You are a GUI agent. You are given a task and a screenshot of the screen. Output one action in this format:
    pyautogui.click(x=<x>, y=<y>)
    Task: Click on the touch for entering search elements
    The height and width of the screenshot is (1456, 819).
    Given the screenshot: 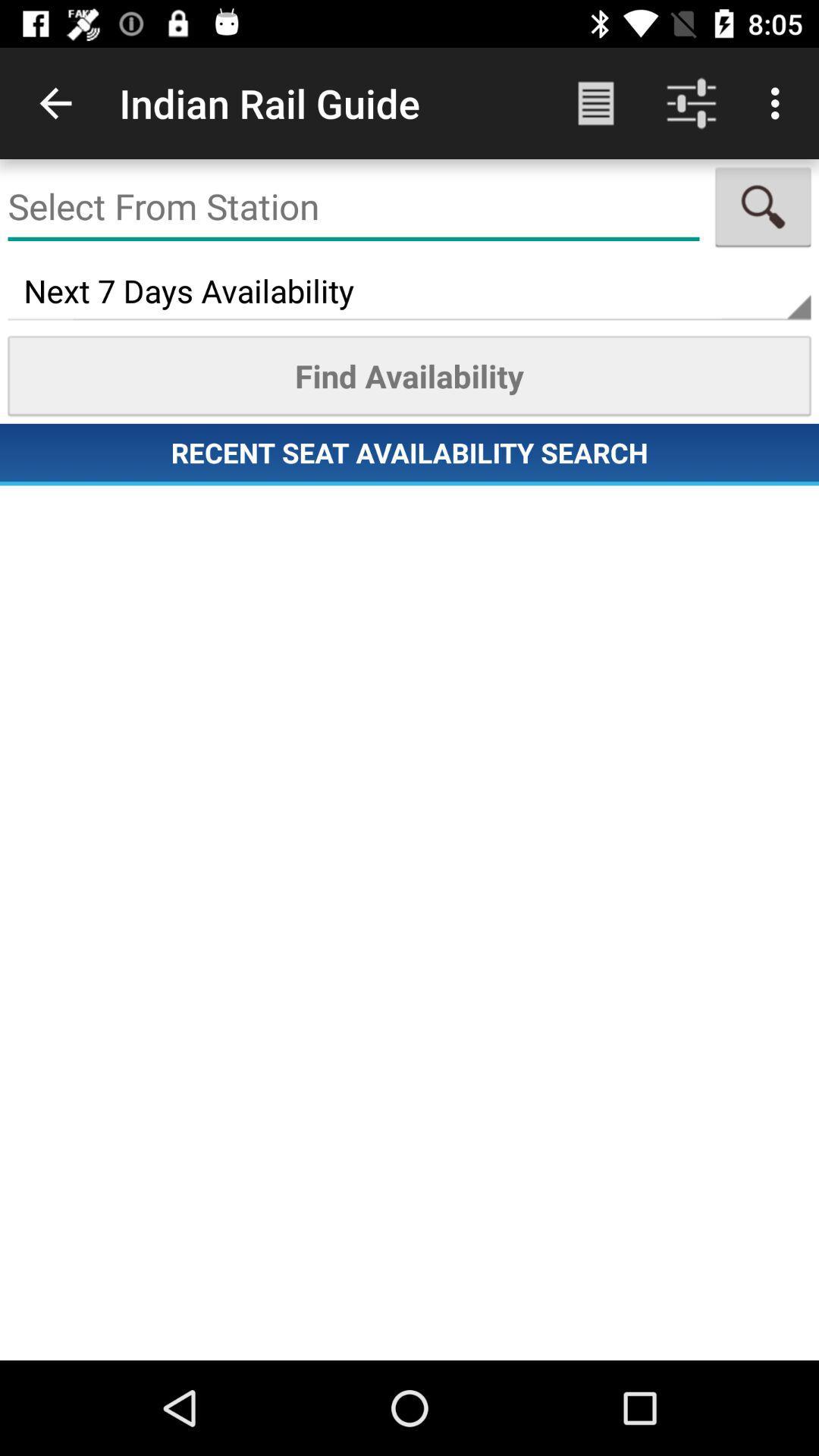 What is the action you would take?
    pyautogui.click(x=353, y=206)
    